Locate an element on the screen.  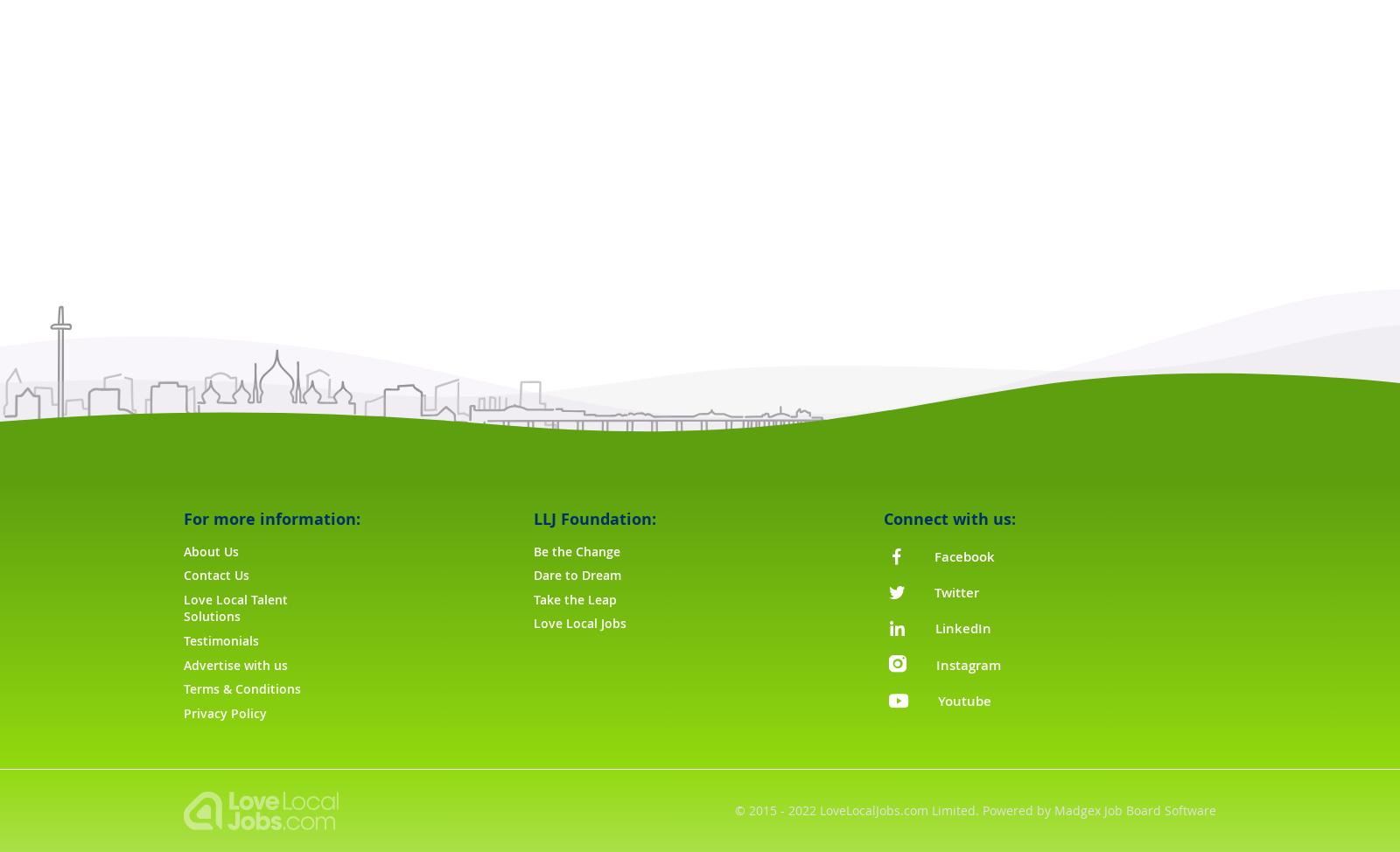
'Terms & Conditions' is located at coordinates (241, 688).